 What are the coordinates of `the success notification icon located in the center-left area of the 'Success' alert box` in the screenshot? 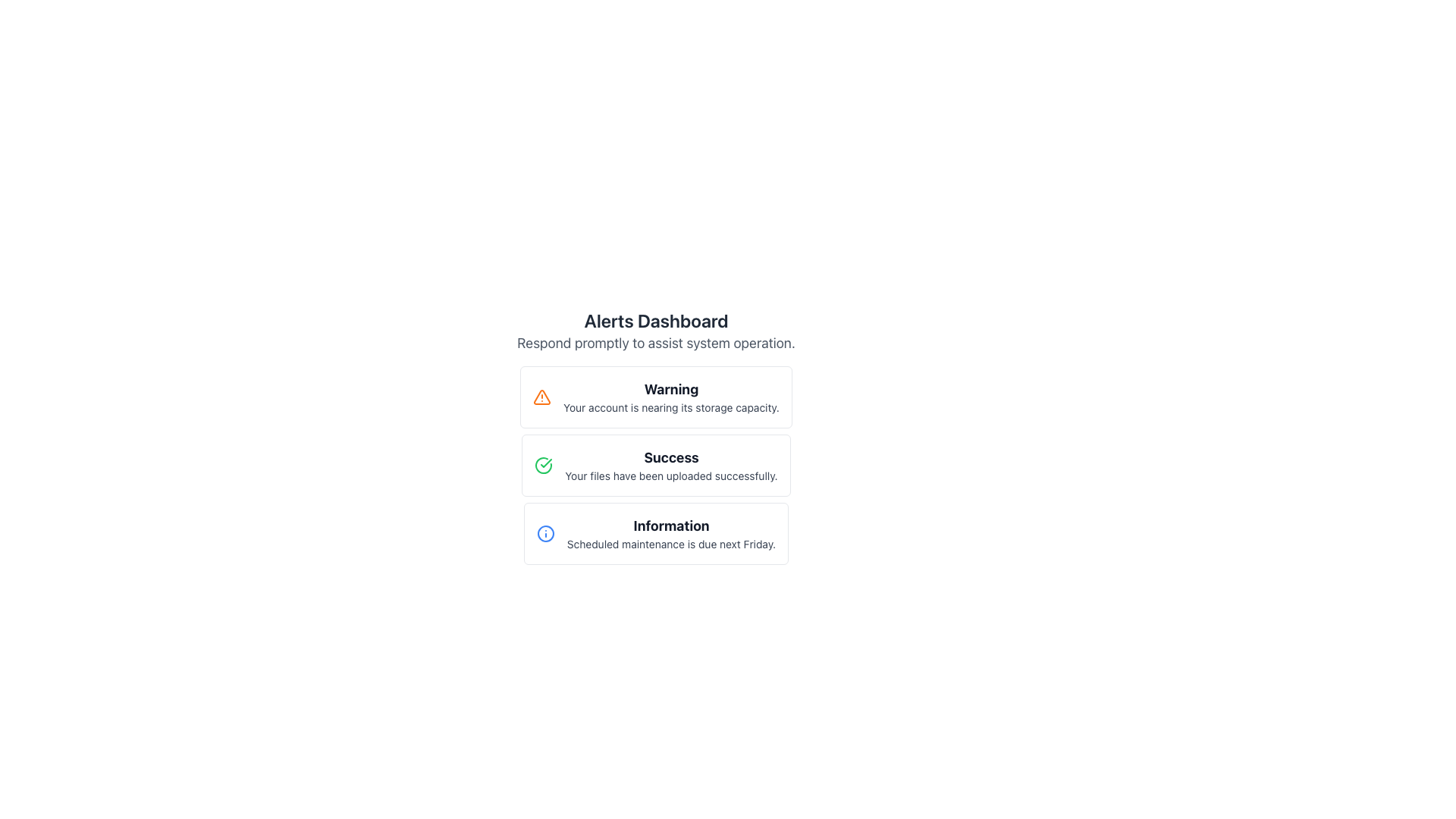 It's located at (544, 464).